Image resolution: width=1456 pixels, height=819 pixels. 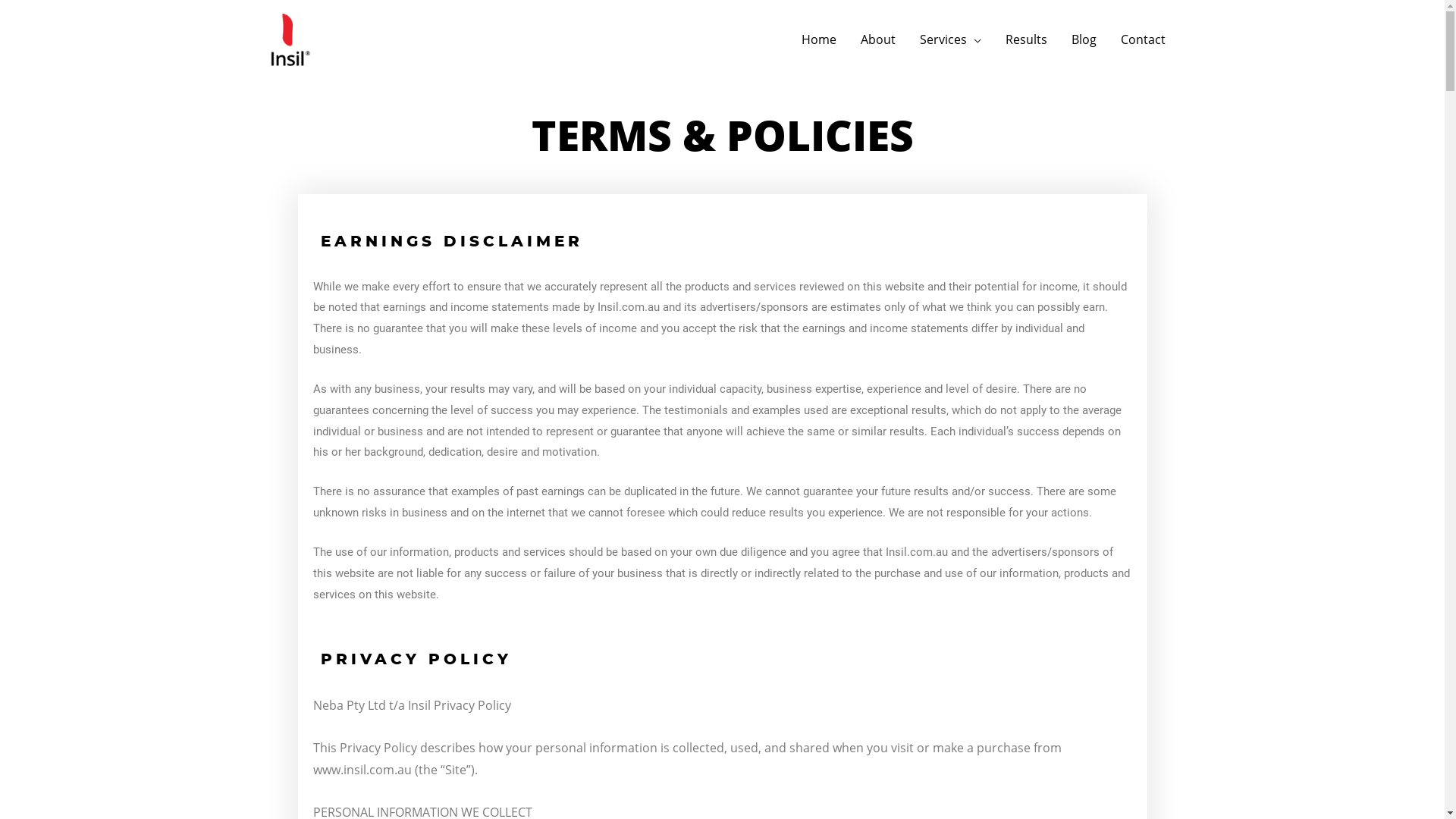 What do you see at coordinates (906, 38) in the screenshot?
I see `'Services'` at bounding box center [906, 38].